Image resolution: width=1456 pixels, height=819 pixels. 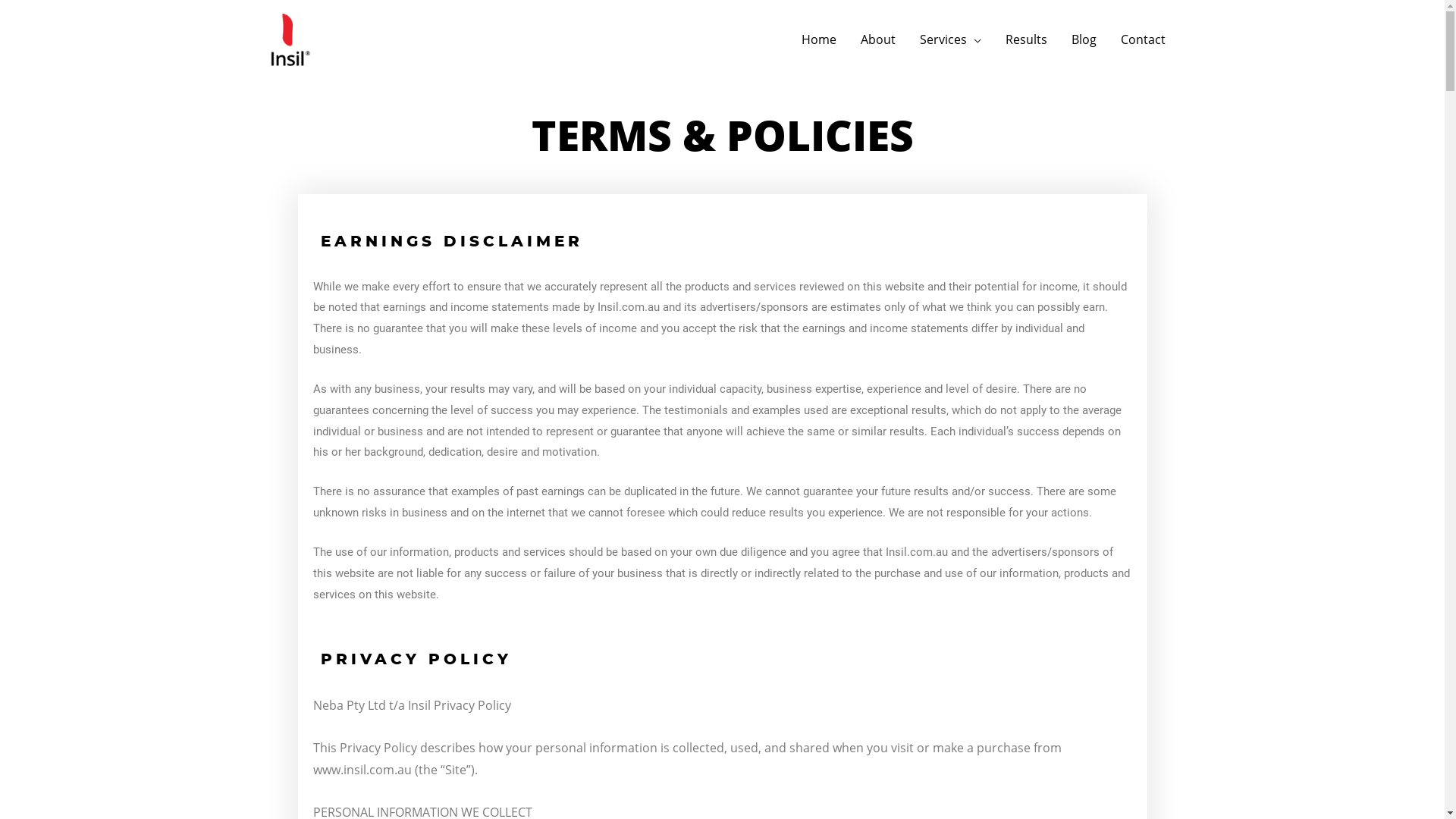 What do you see at coordinates (906, 38) in the screenshot?
I see `'Services'` at bounding box center [906, 38].